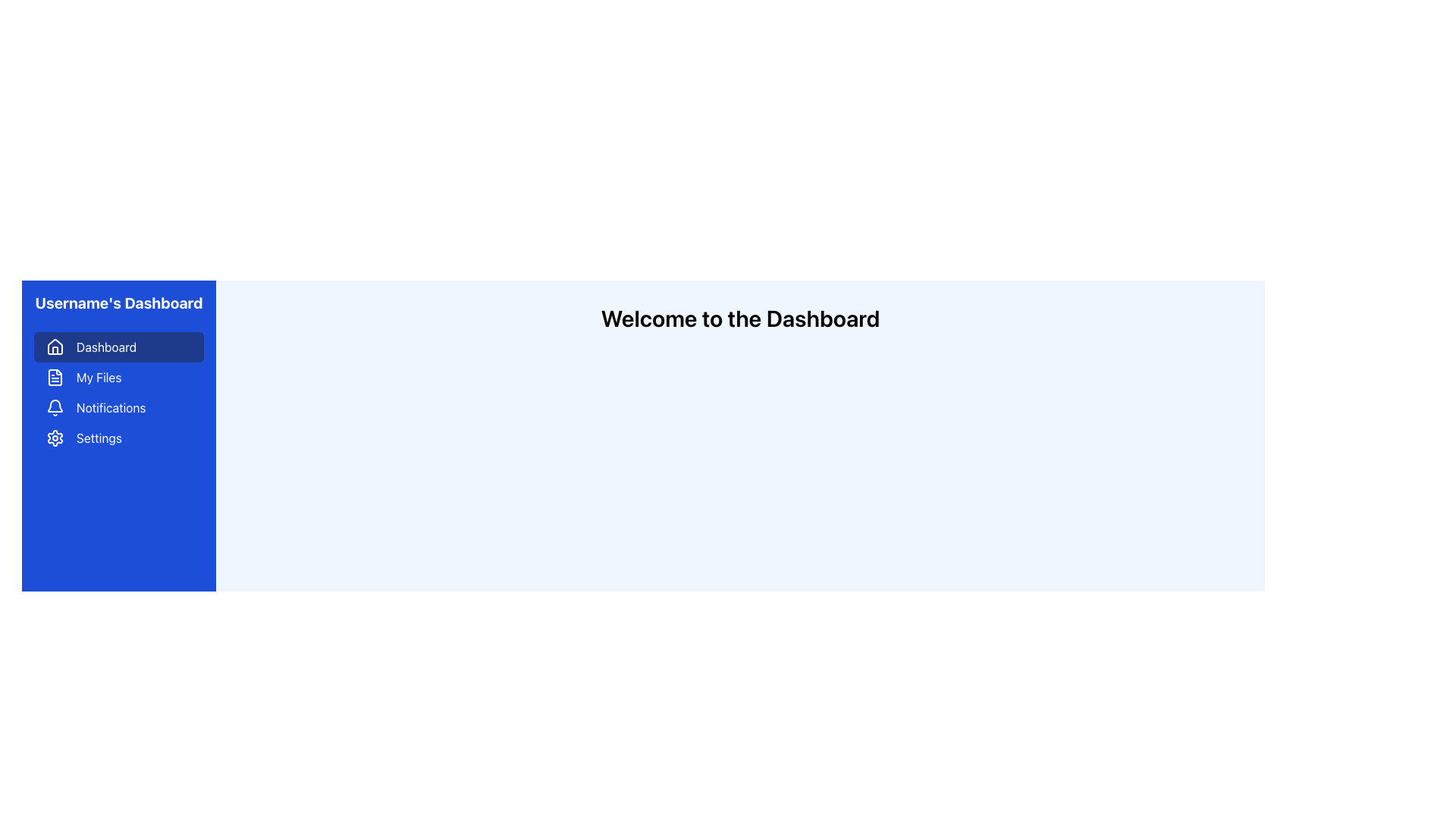 The height and width of the screenshot is (819, 1456). Describe the element at coordinates (55, 406) in the screenshot. I see `the bell-shaped icon with a hollow interior, which is styled in white against a blue background, located to the left of the 'Notifications' text in the navigation menu` at that location.